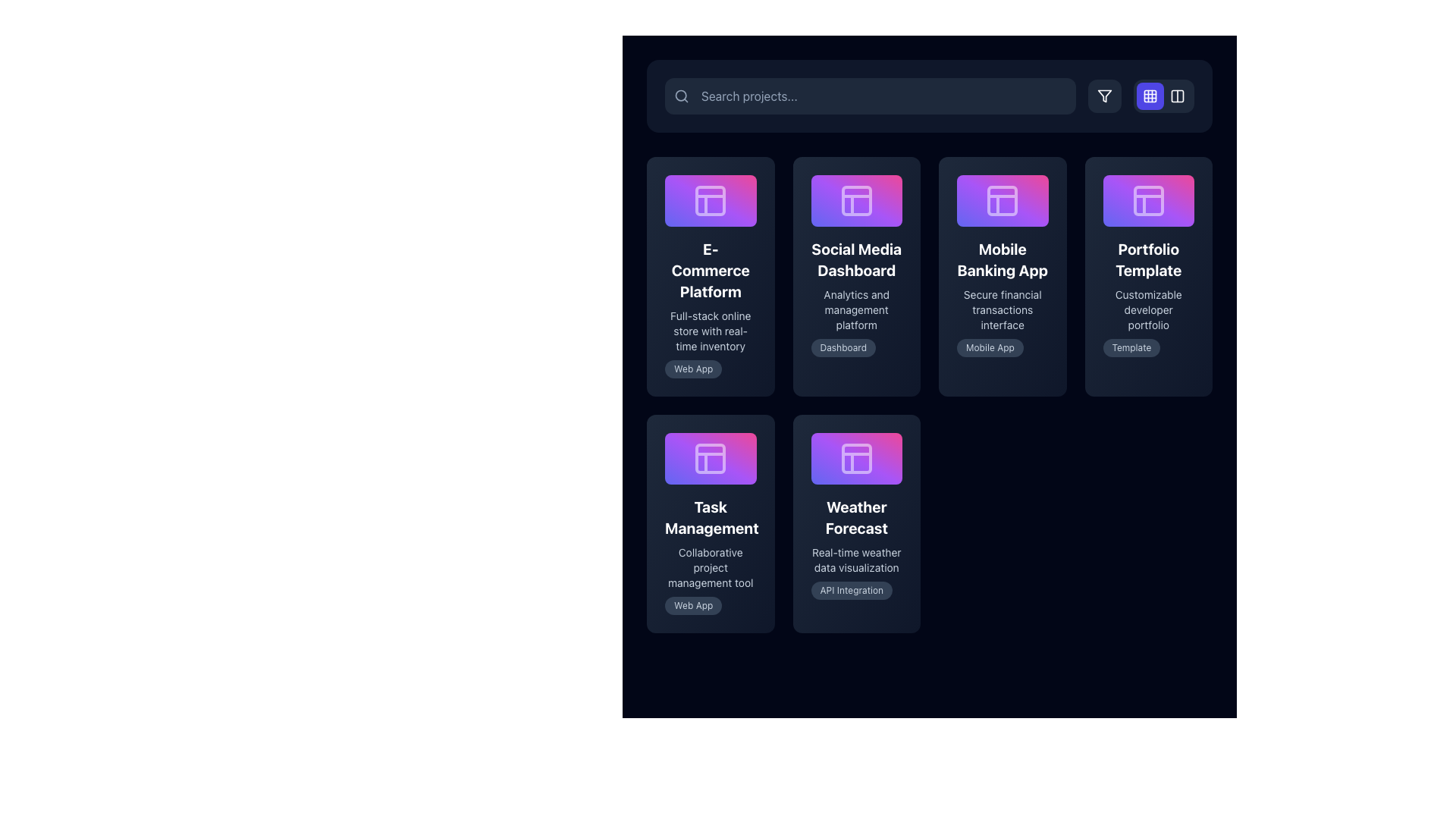 This screenshot has height=819, width=1456. I want to click on the toggle button in the upper right corner of the interface to switch the view mode to a grid layout, so click(1163, 96).